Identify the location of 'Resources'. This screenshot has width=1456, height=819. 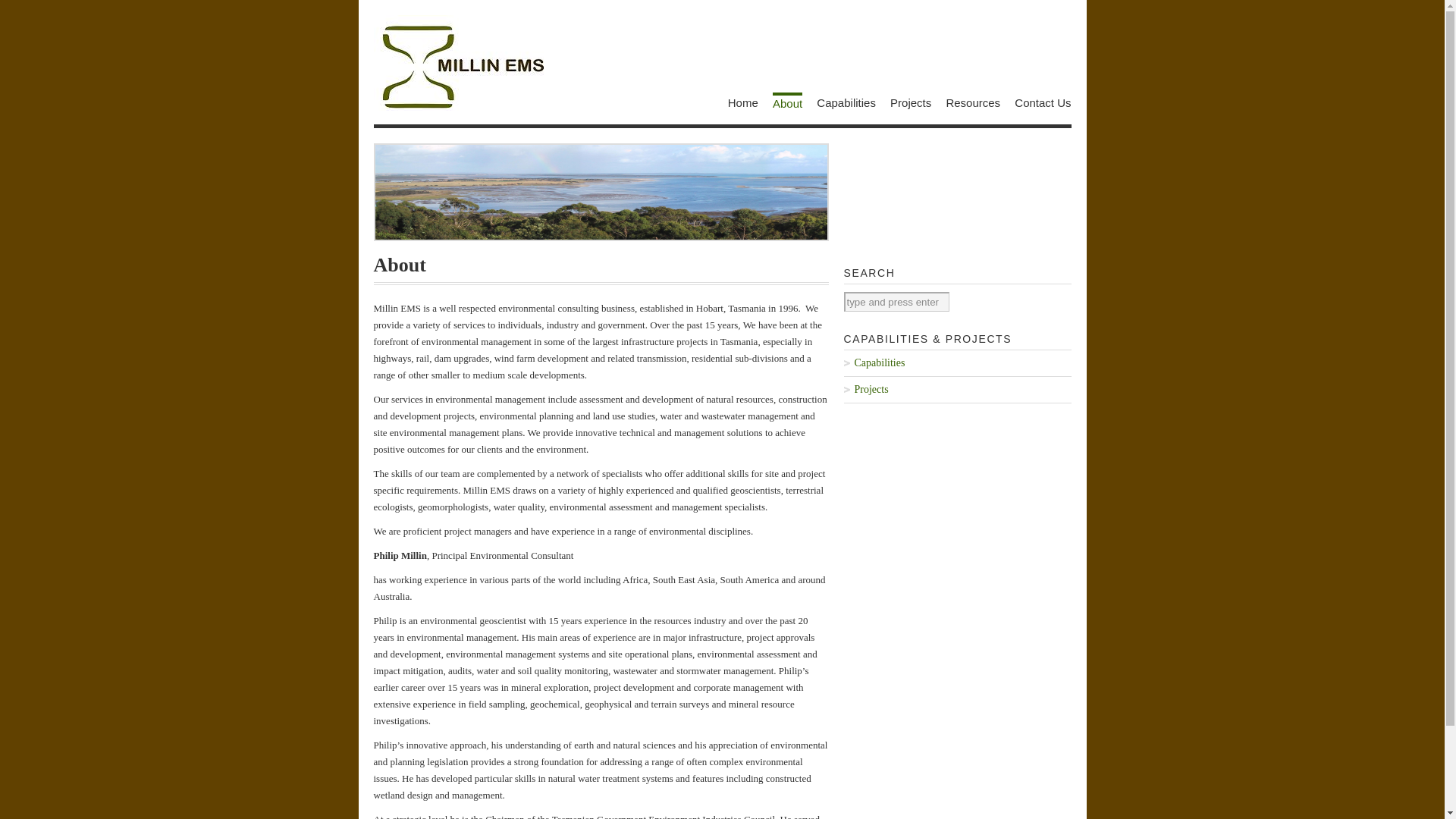
(972, 102).